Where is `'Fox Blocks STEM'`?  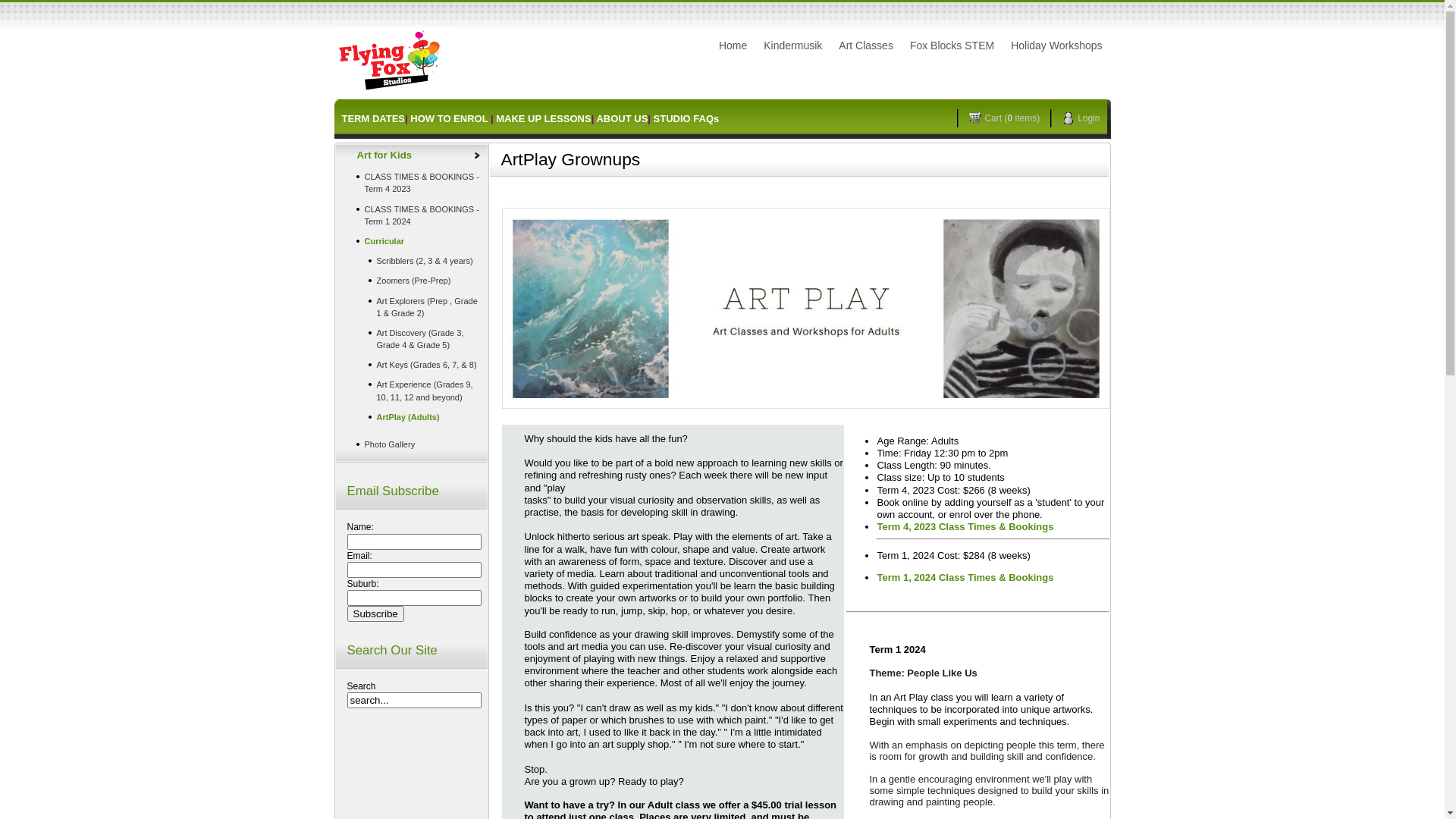 'Fox Blocks STEM' is located at coordinates (951, 45).